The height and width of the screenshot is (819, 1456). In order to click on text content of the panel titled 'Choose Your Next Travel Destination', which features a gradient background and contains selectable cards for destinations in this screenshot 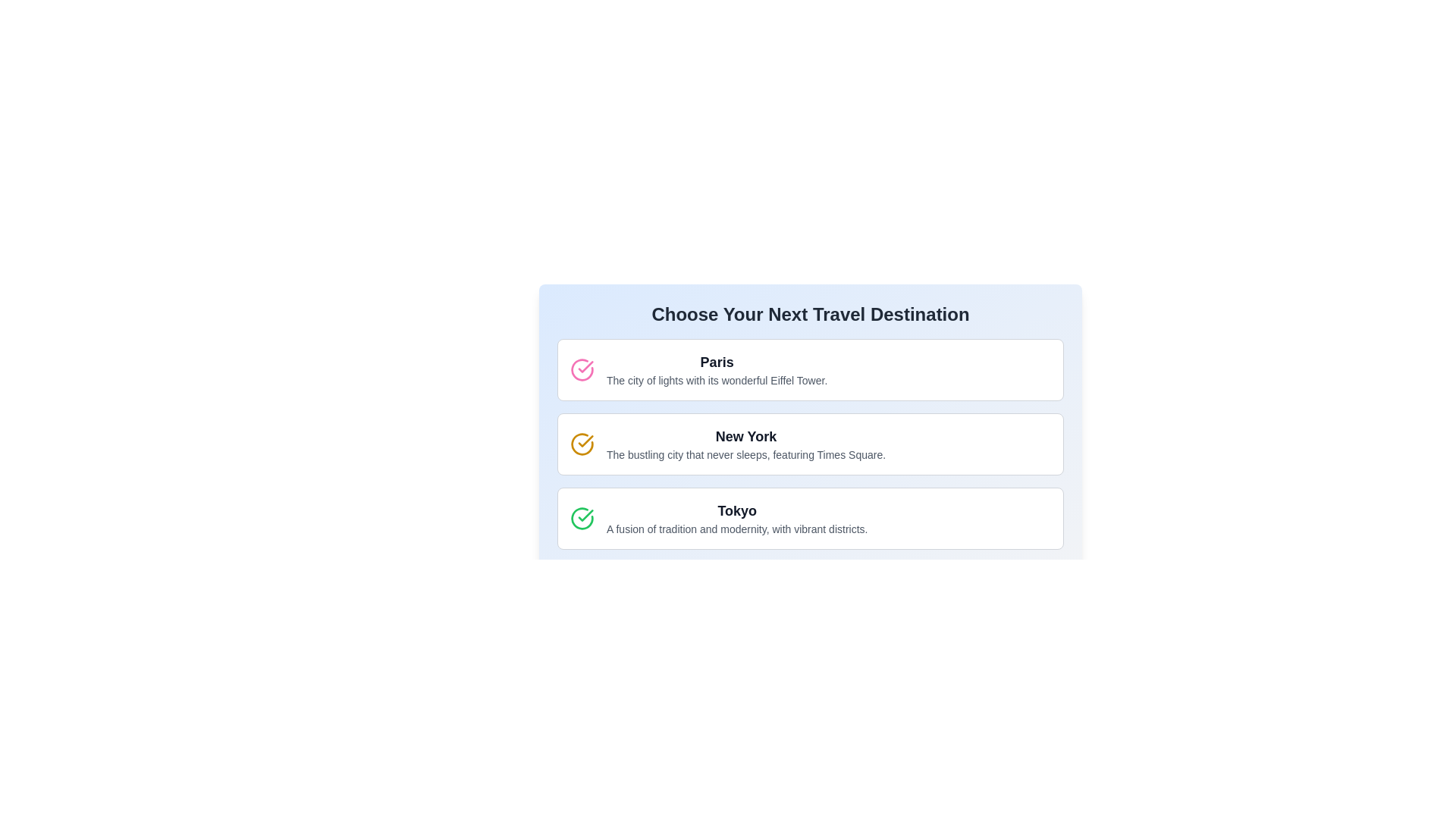, I will do `click(810, 444)`.